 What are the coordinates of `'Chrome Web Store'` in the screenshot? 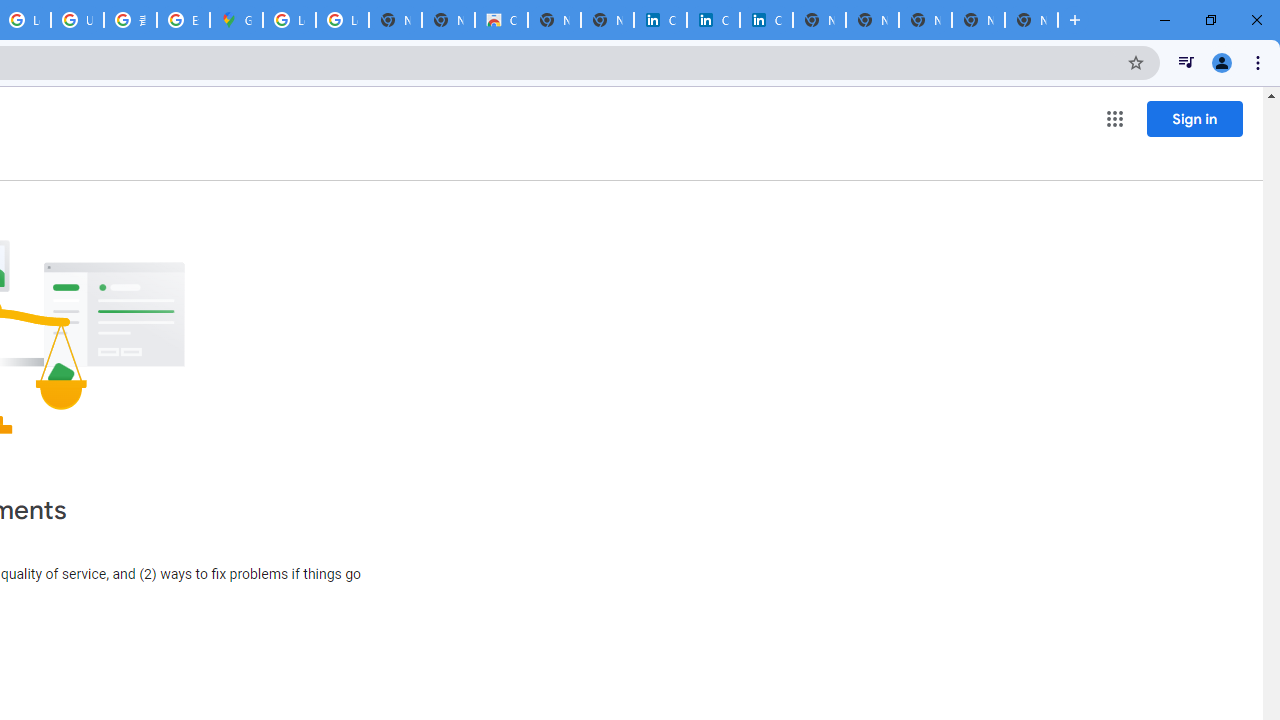 It's located at (501, 20).